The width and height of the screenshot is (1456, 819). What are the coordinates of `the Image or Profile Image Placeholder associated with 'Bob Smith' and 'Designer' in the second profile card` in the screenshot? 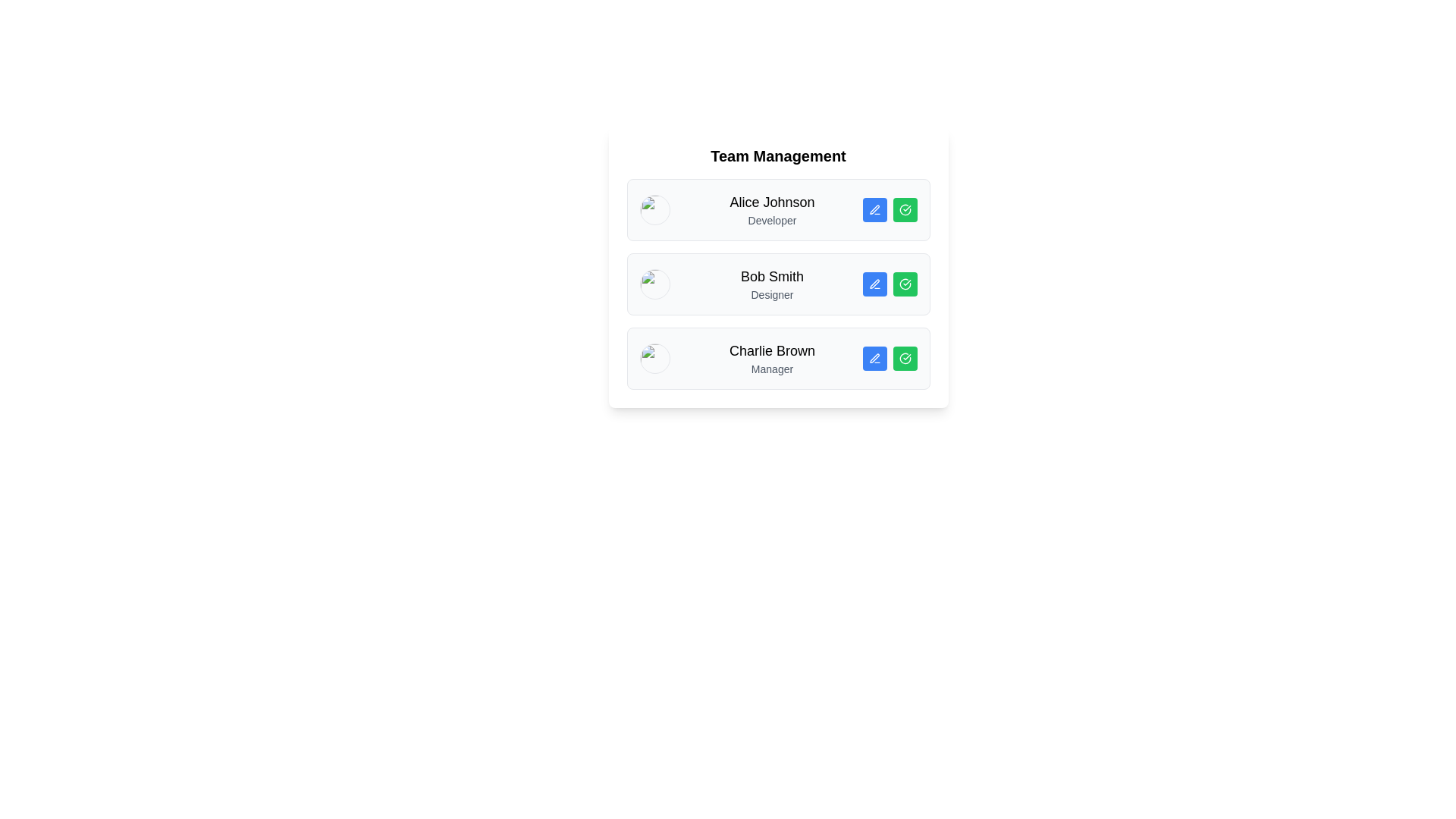 It's located at (654, 284).